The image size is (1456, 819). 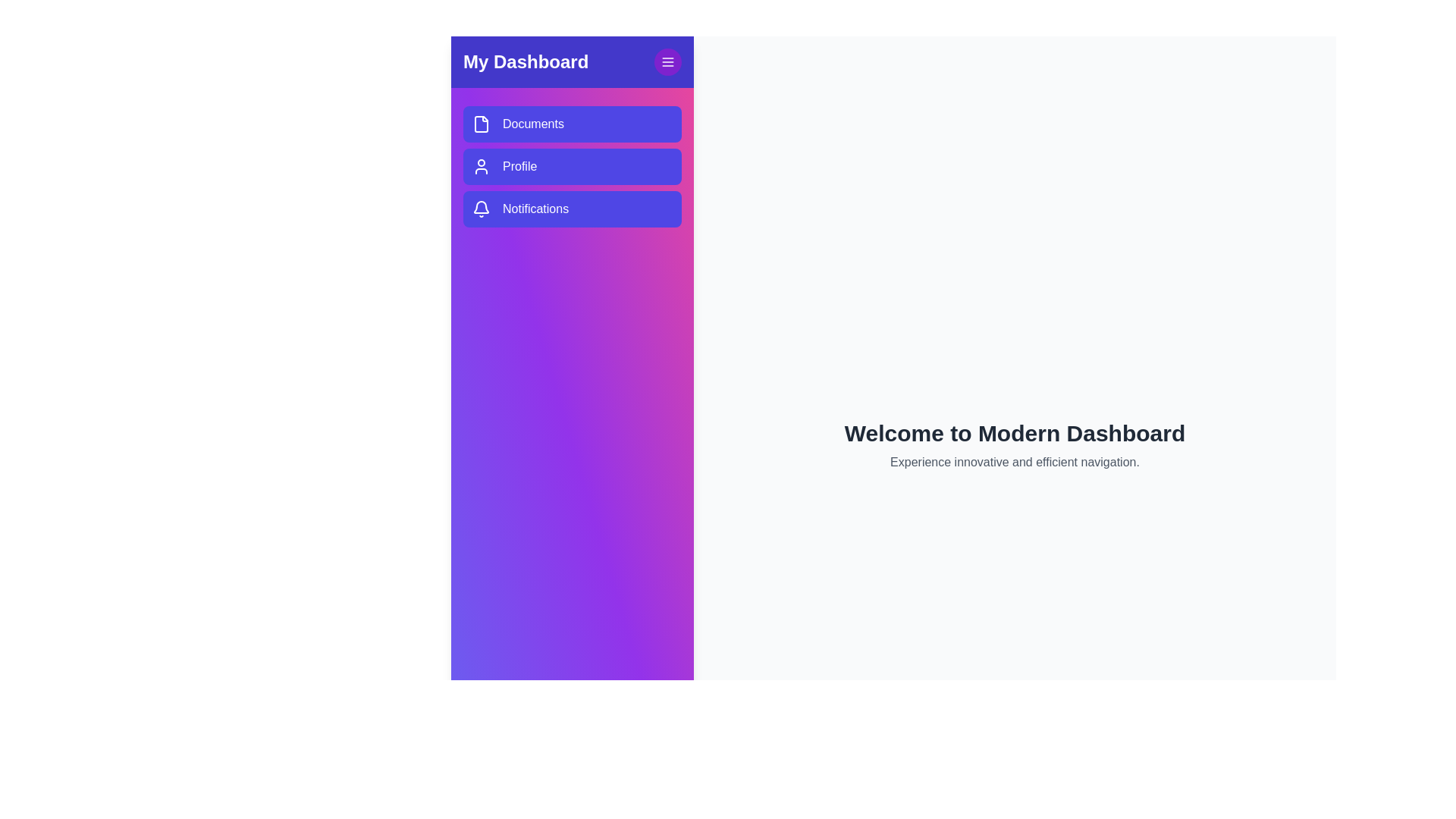 What do you see at coordinates (571, 124) in the screenshot?
I see `the 'Documents' button` at bounding box center [571, 124].